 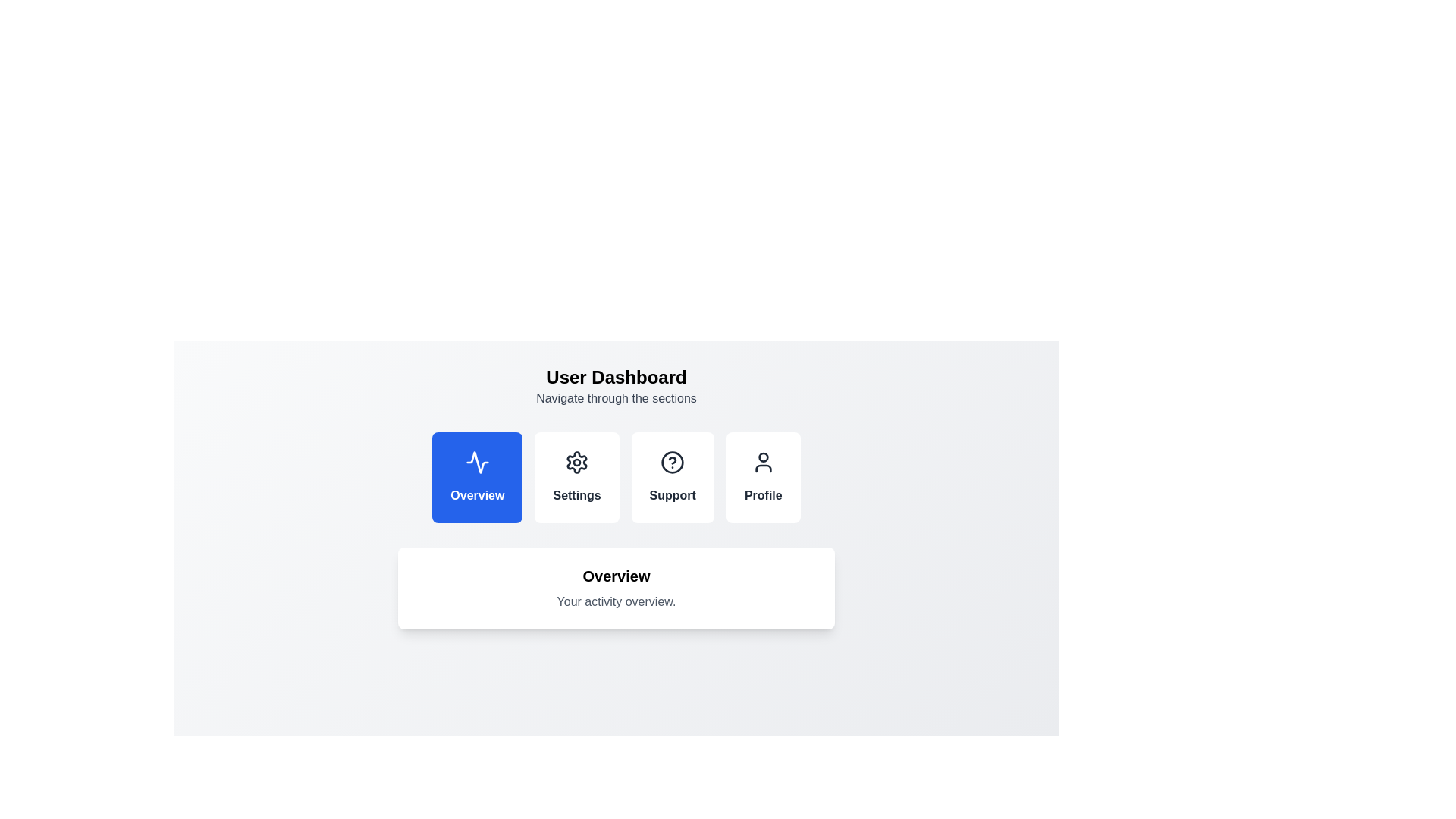 I want to click on text from the header titled 'User Dashboard' which includes the subtitle 'Navigate through the sections', so click(x=616, y=385).